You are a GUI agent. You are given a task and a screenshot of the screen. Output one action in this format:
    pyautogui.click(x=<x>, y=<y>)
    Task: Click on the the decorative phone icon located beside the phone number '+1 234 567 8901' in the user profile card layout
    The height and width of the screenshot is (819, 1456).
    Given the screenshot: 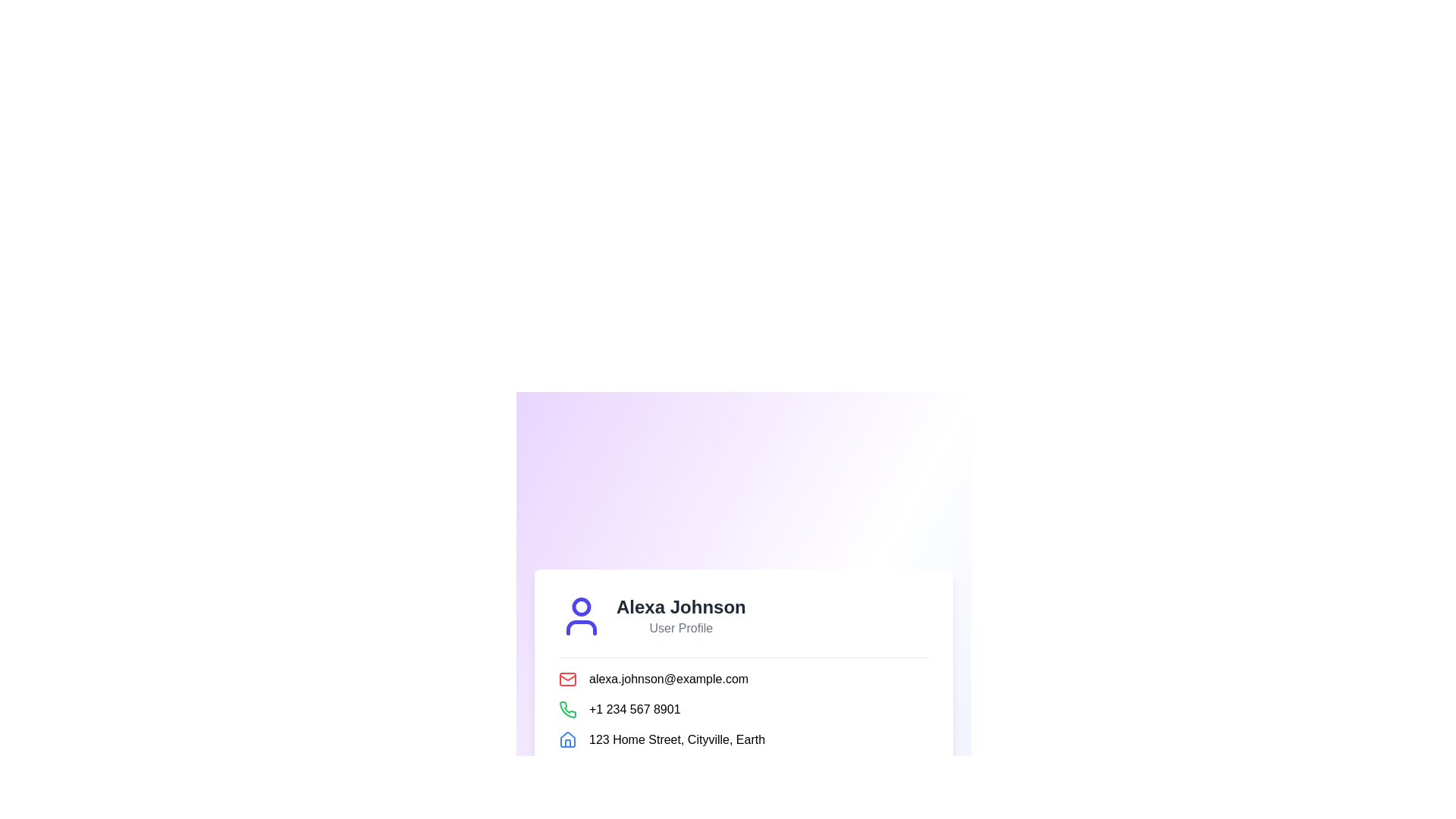 What is the action you would take?
    pyautogui.click(x=566, y=709)
    